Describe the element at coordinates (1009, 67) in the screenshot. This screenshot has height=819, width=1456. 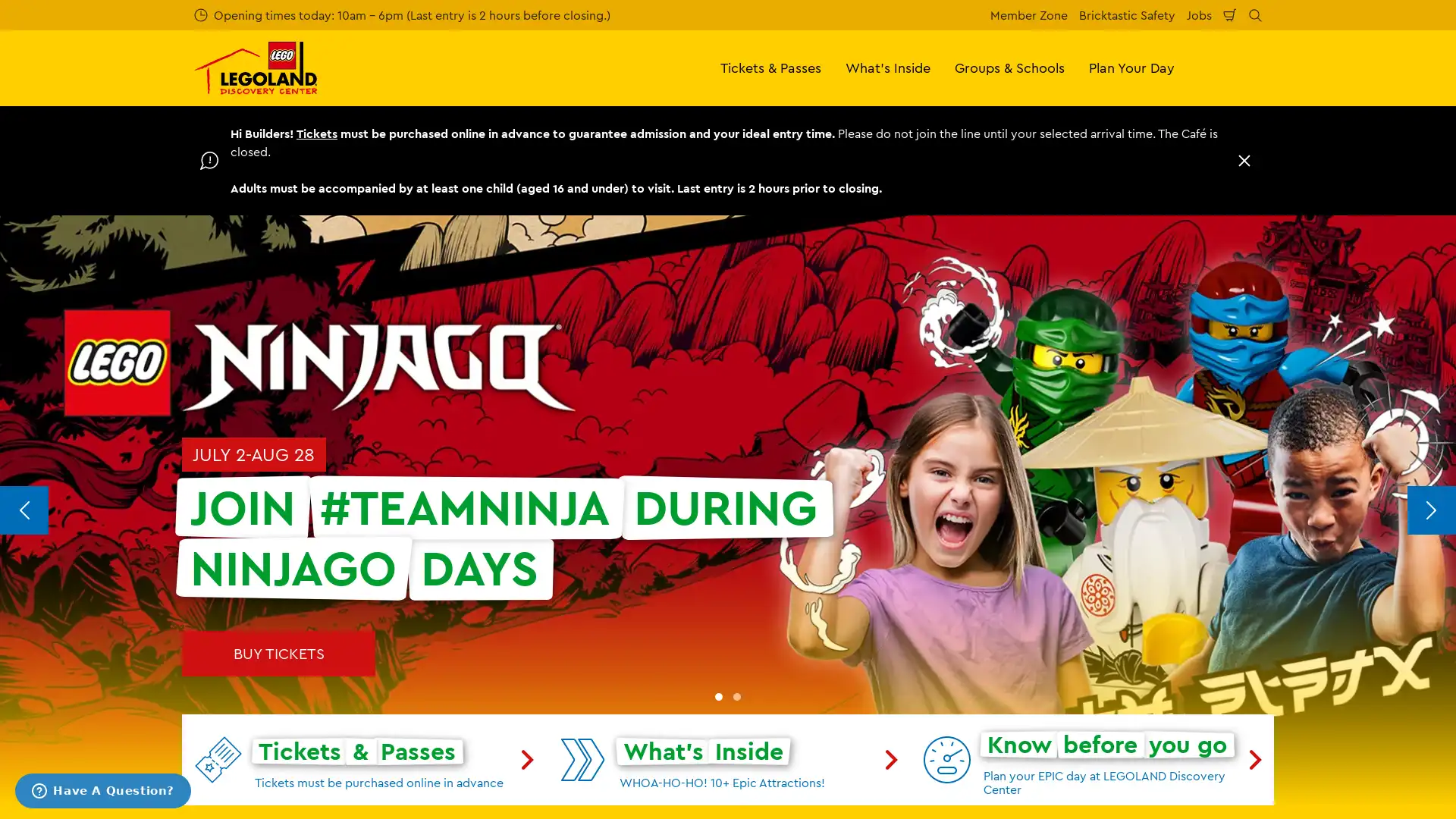
I see `Groups & Schools` at that location.